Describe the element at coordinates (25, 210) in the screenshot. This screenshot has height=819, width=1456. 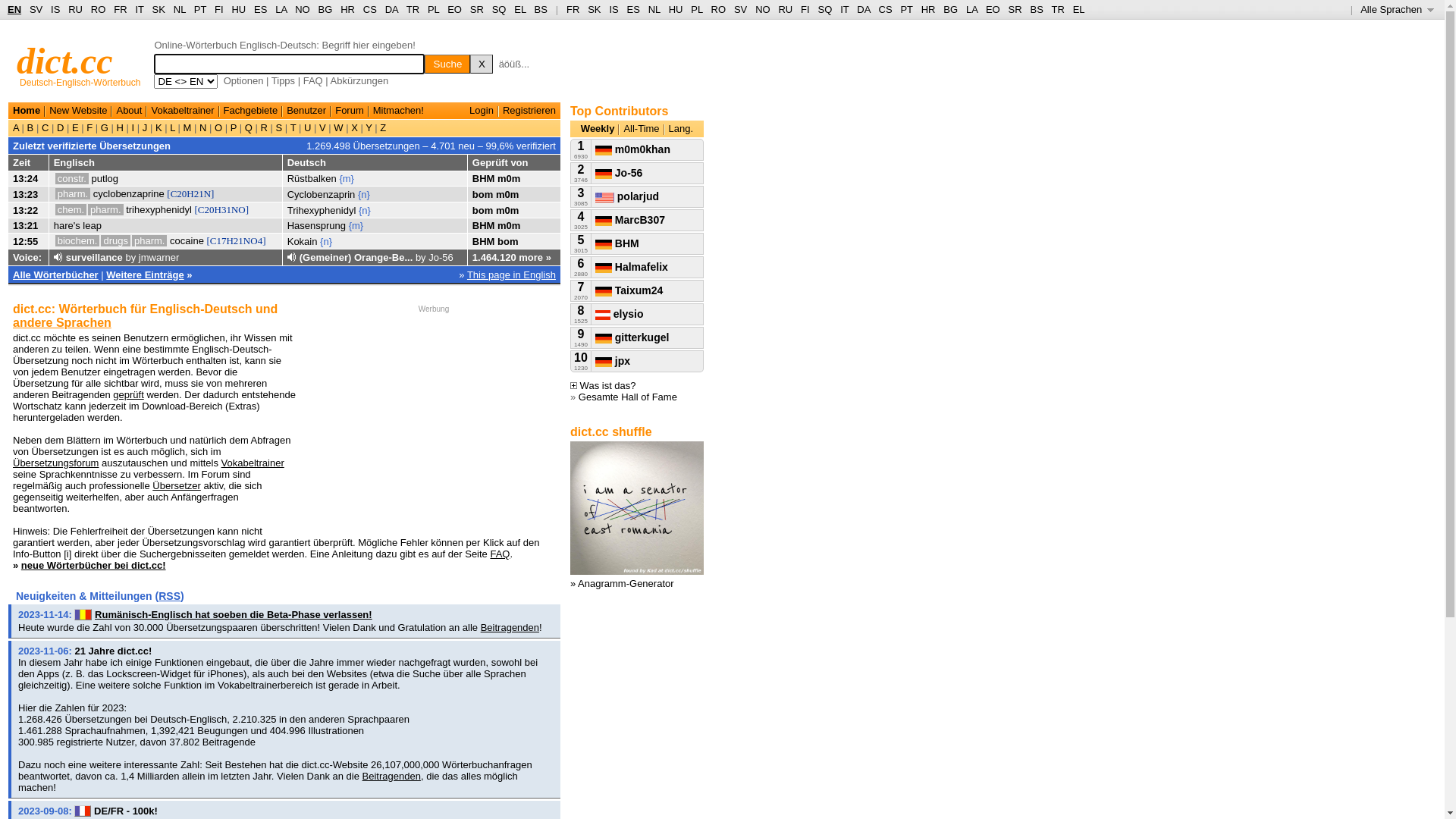
I see `'13:22'` at that location.